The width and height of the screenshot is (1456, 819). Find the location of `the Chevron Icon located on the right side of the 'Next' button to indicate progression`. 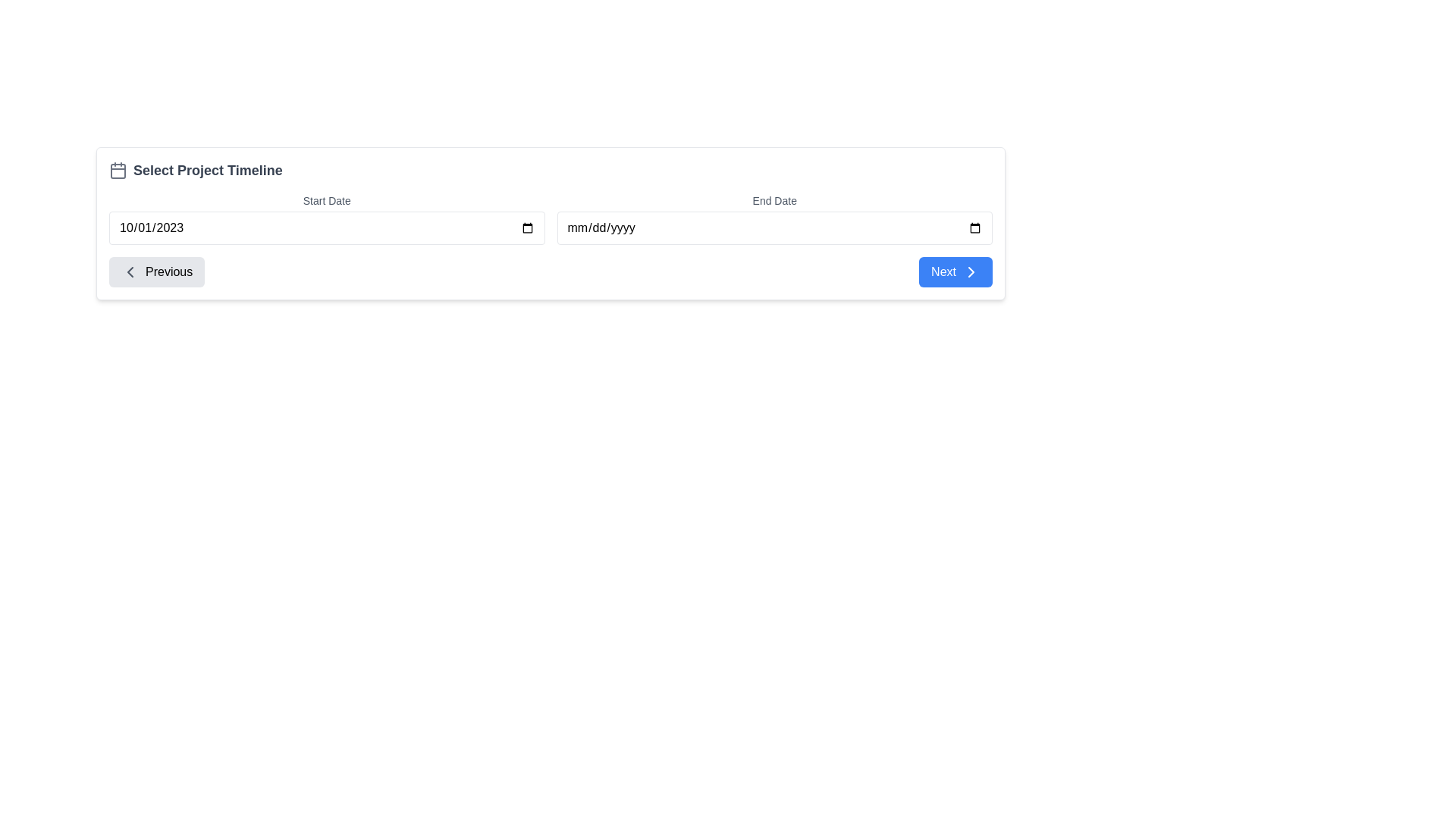

the Chevron Icon located on the right side of the 'Next' button to indicate progression is located at coordinates (971, 271).